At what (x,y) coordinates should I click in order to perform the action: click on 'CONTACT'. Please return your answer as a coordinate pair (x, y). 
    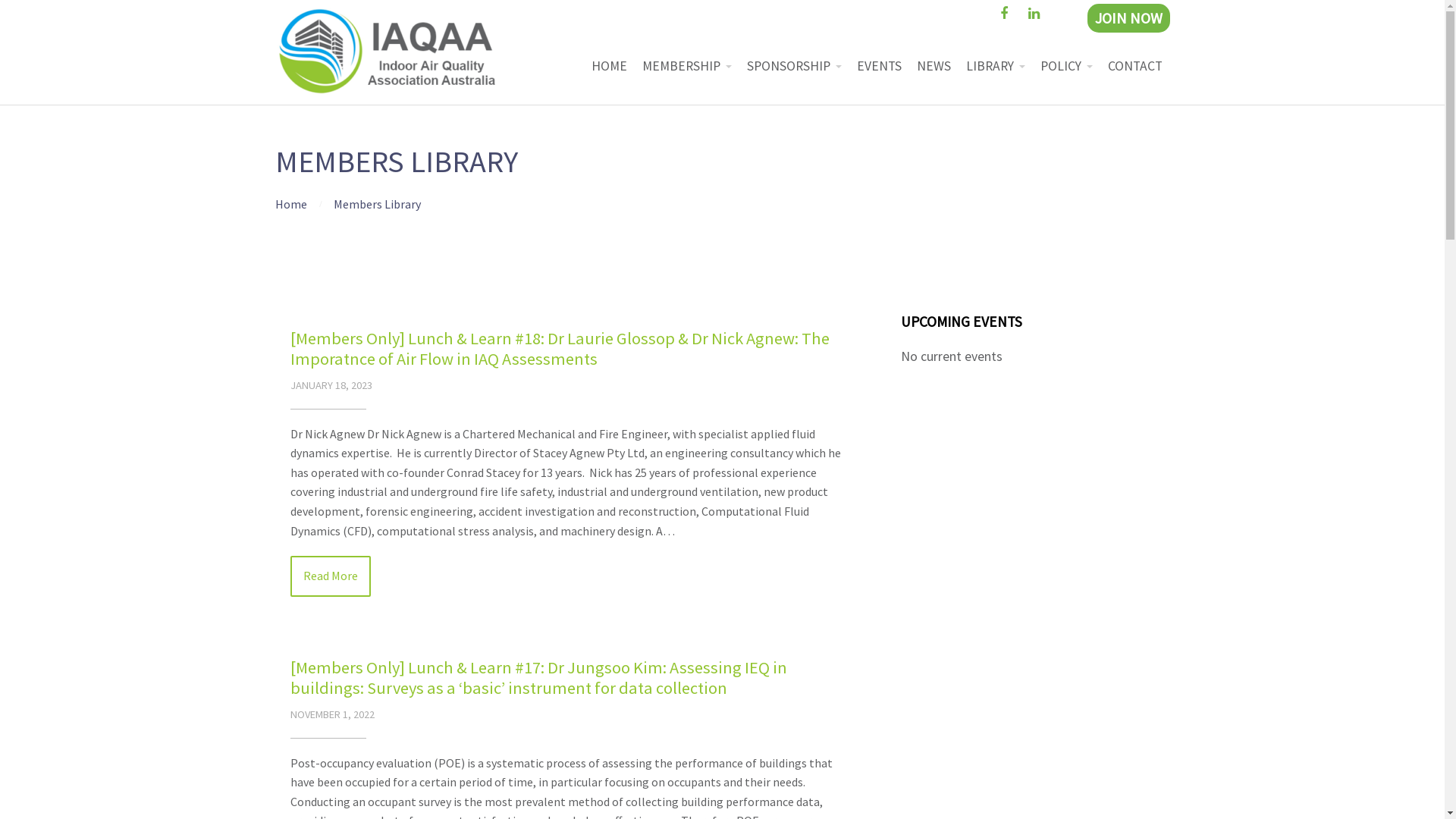
    Looking at the image, I should click on (1134, 65).